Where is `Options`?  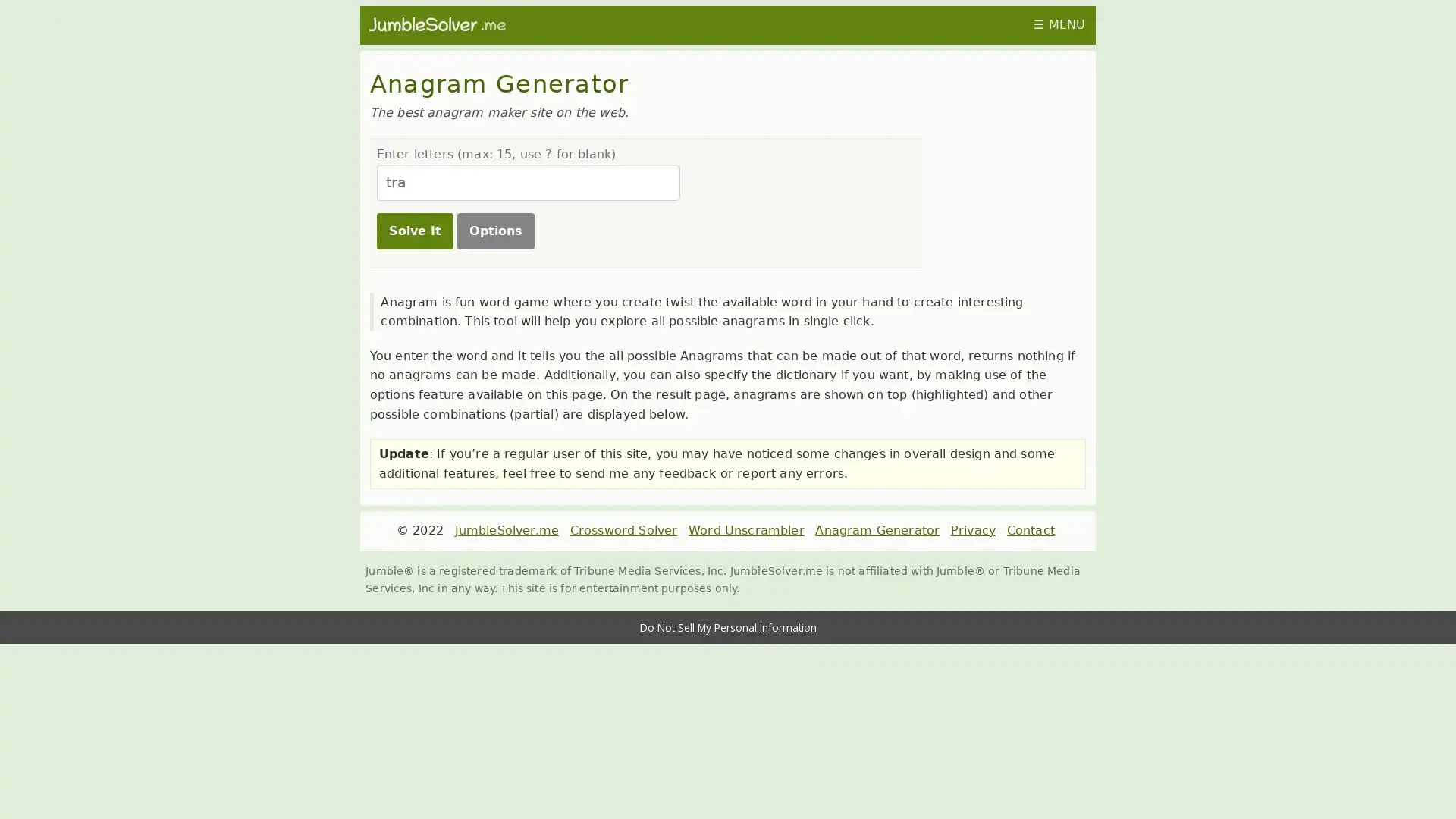
Options is located at coordinates (494, 231).